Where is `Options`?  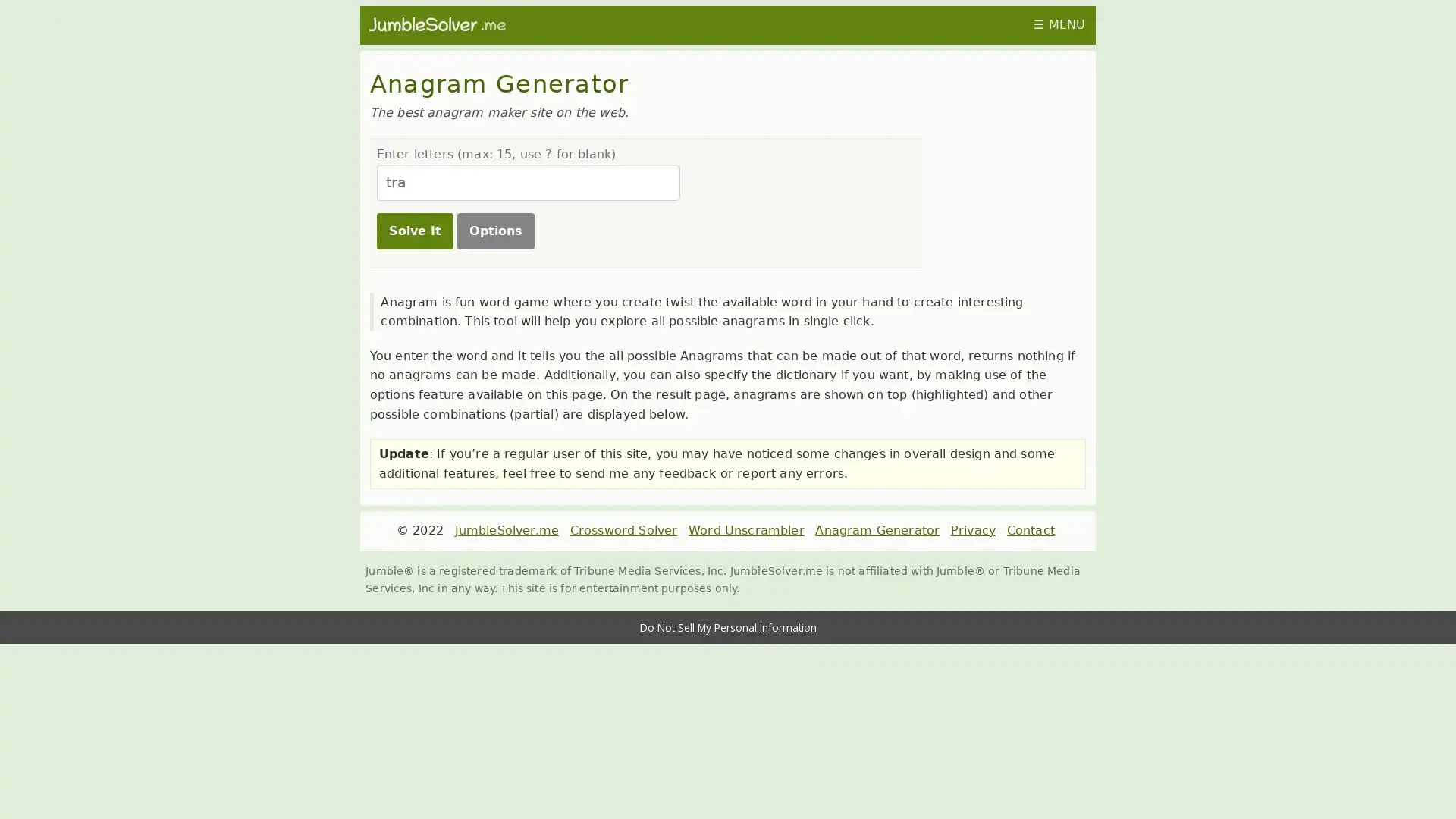
Options is located at coordinates (494, 231).